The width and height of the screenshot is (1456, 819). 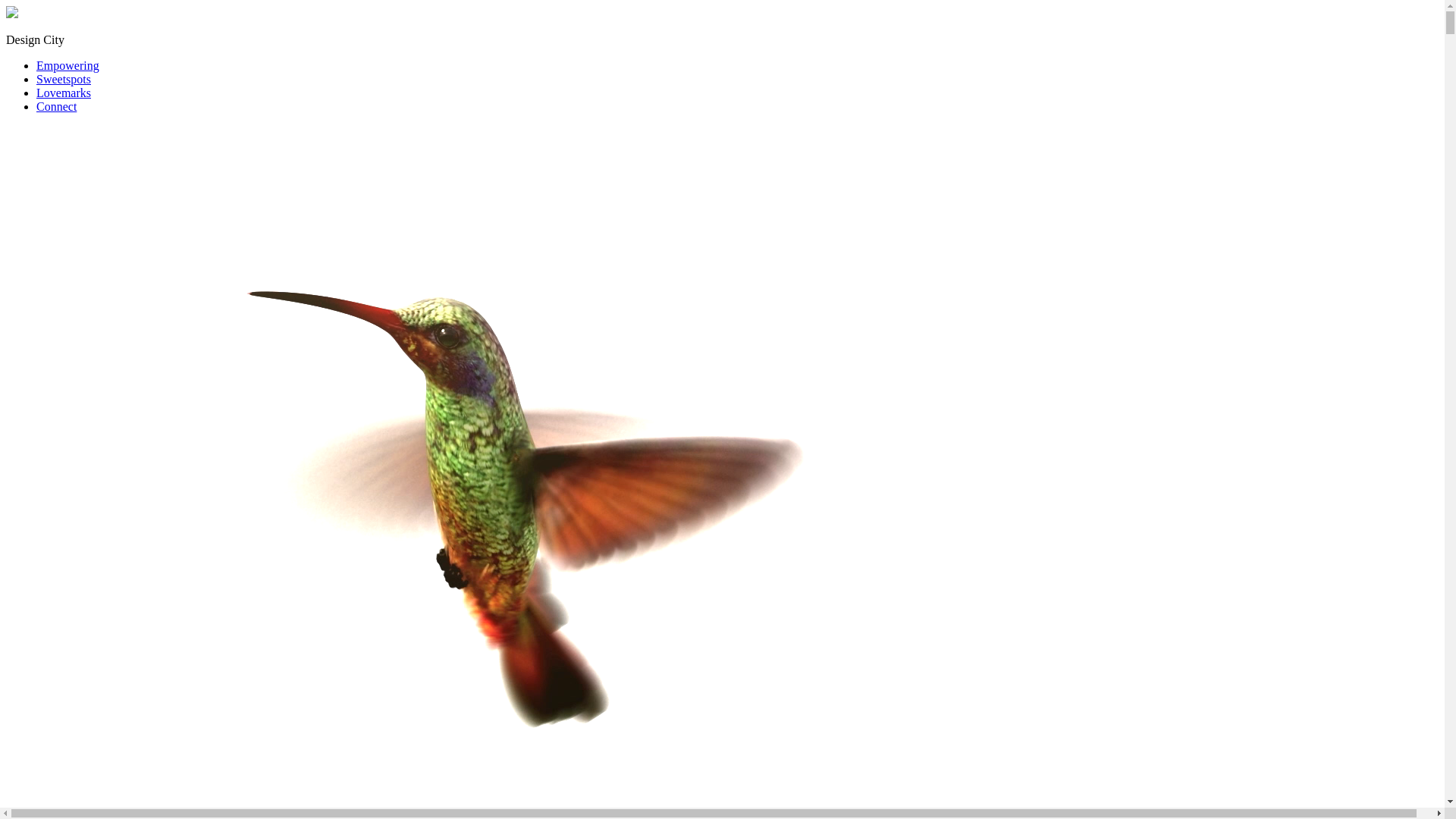 I want to click on 'Sweetspots', so click(x=62, y=79).